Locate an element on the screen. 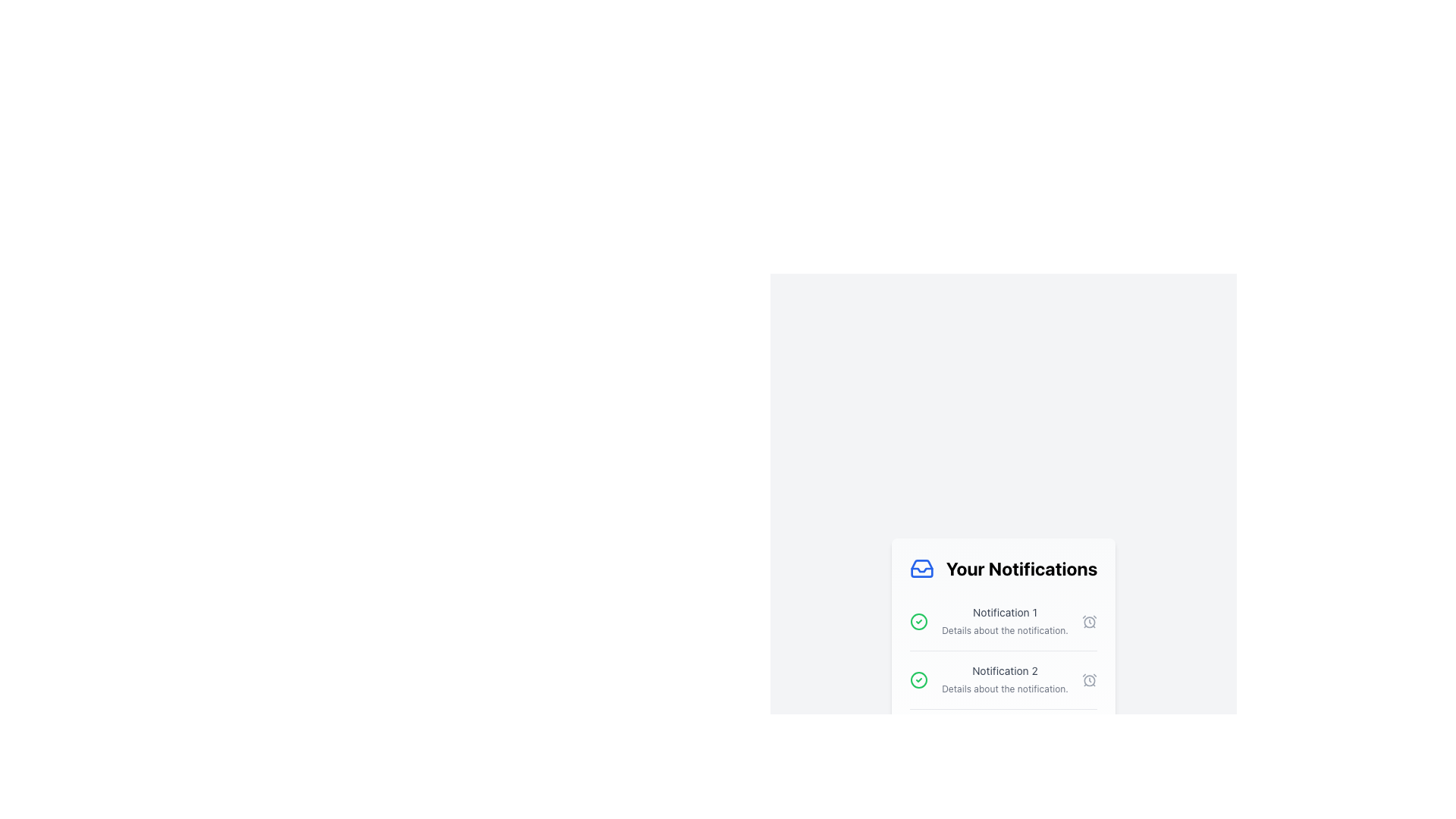 The height and width of the screenshot is (819, 1456). the 'Your Notifications' label which features a blue mailbox icon and bold black text, located at the top of the notification list card is located at coordinates (1003, 568).